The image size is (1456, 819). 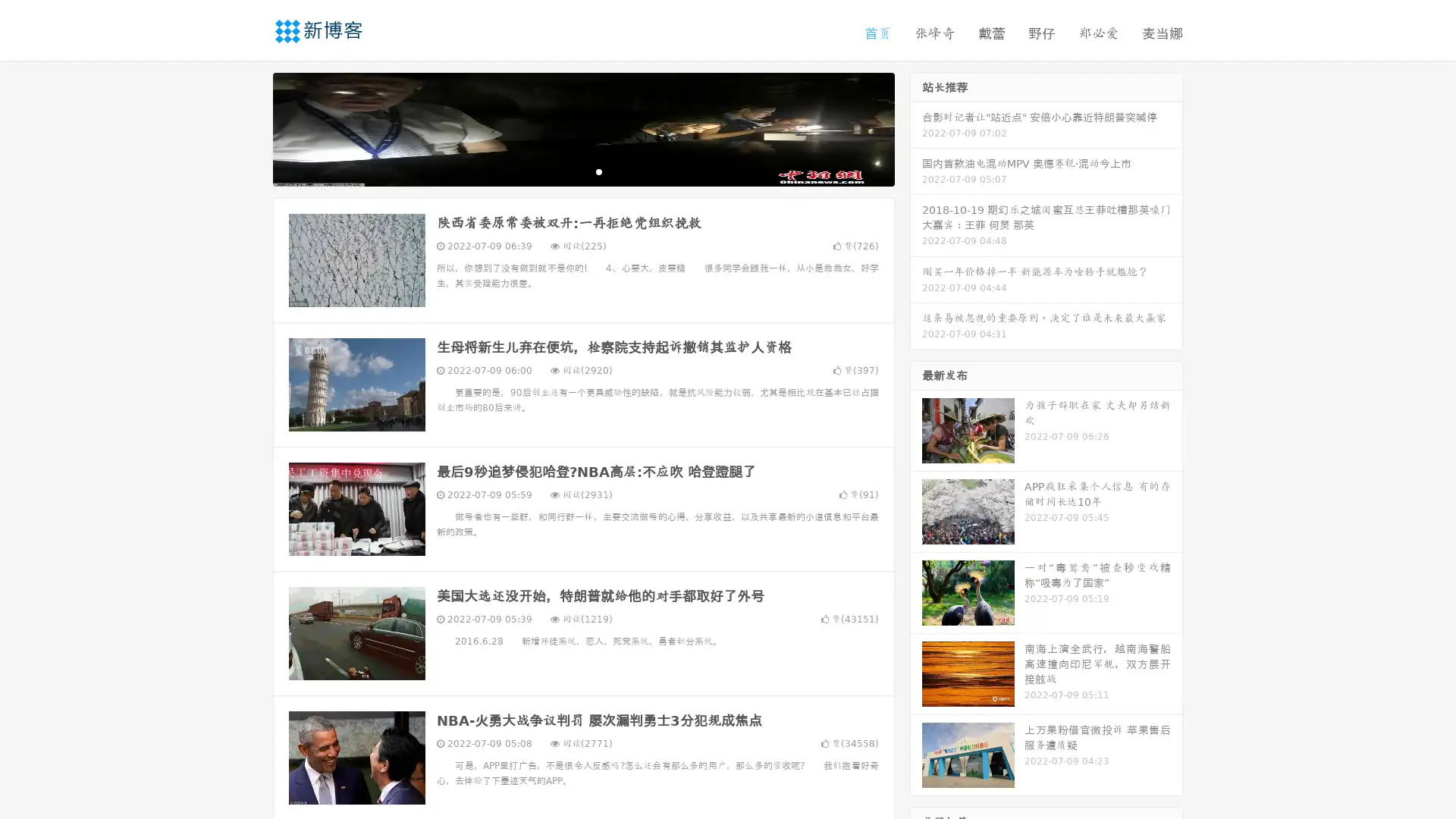 I want to click on Next slide, so click(x=916, y=127).